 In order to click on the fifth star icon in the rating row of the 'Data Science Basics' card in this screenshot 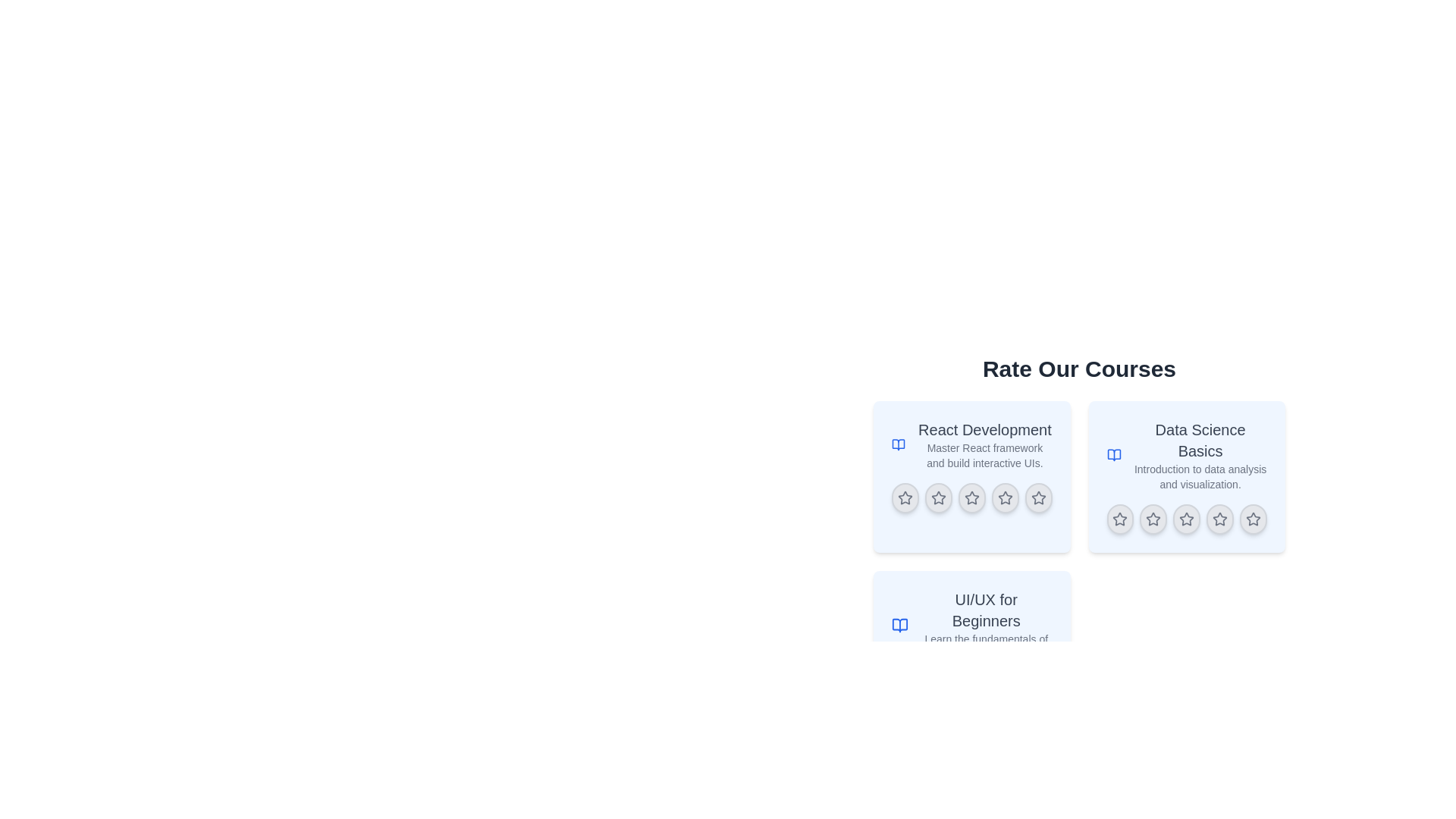, I will do `click(1254, 519)`.